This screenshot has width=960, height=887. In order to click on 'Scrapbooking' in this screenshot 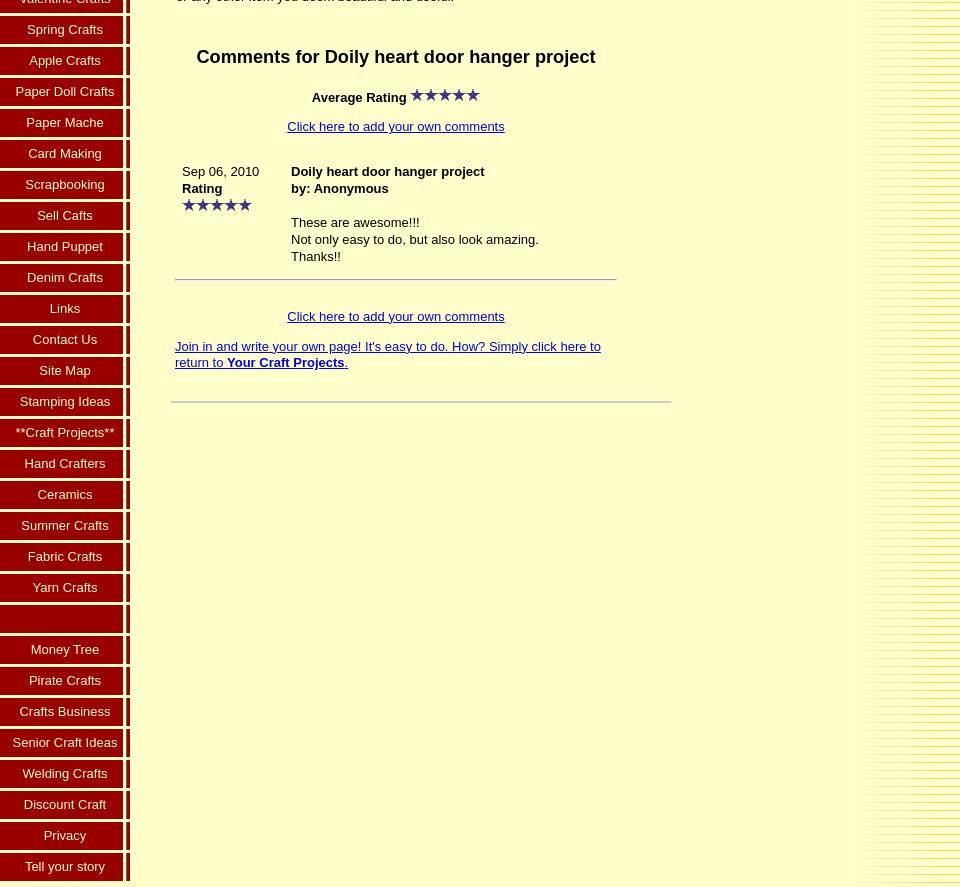, I will do `click(64, 183)`.